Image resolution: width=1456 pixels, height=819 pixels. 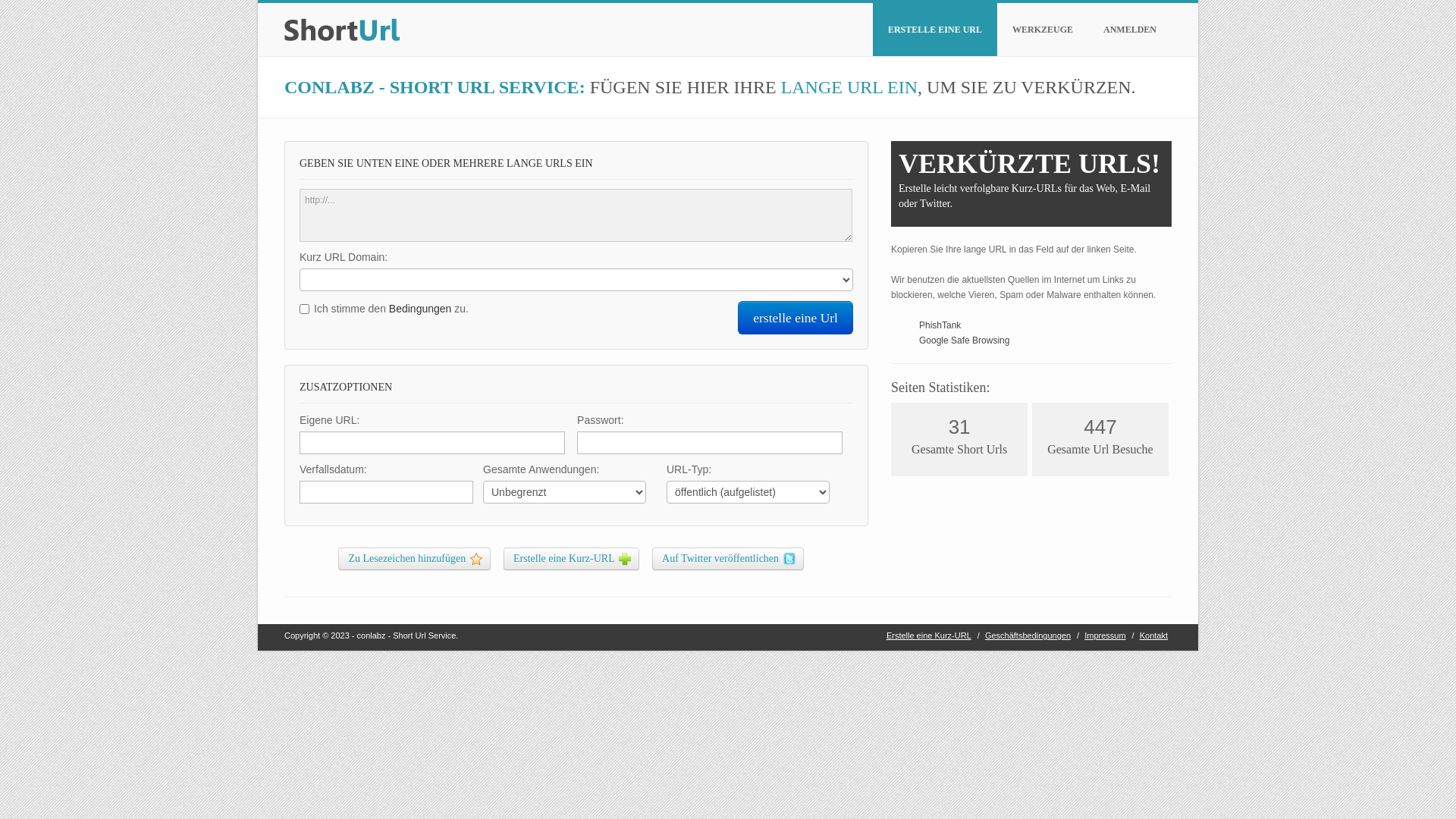 What do you see at coordinates (1041, 29) in the screenshot?
I see `'WERKZEUGE'` at bounding box center [1041, 29].